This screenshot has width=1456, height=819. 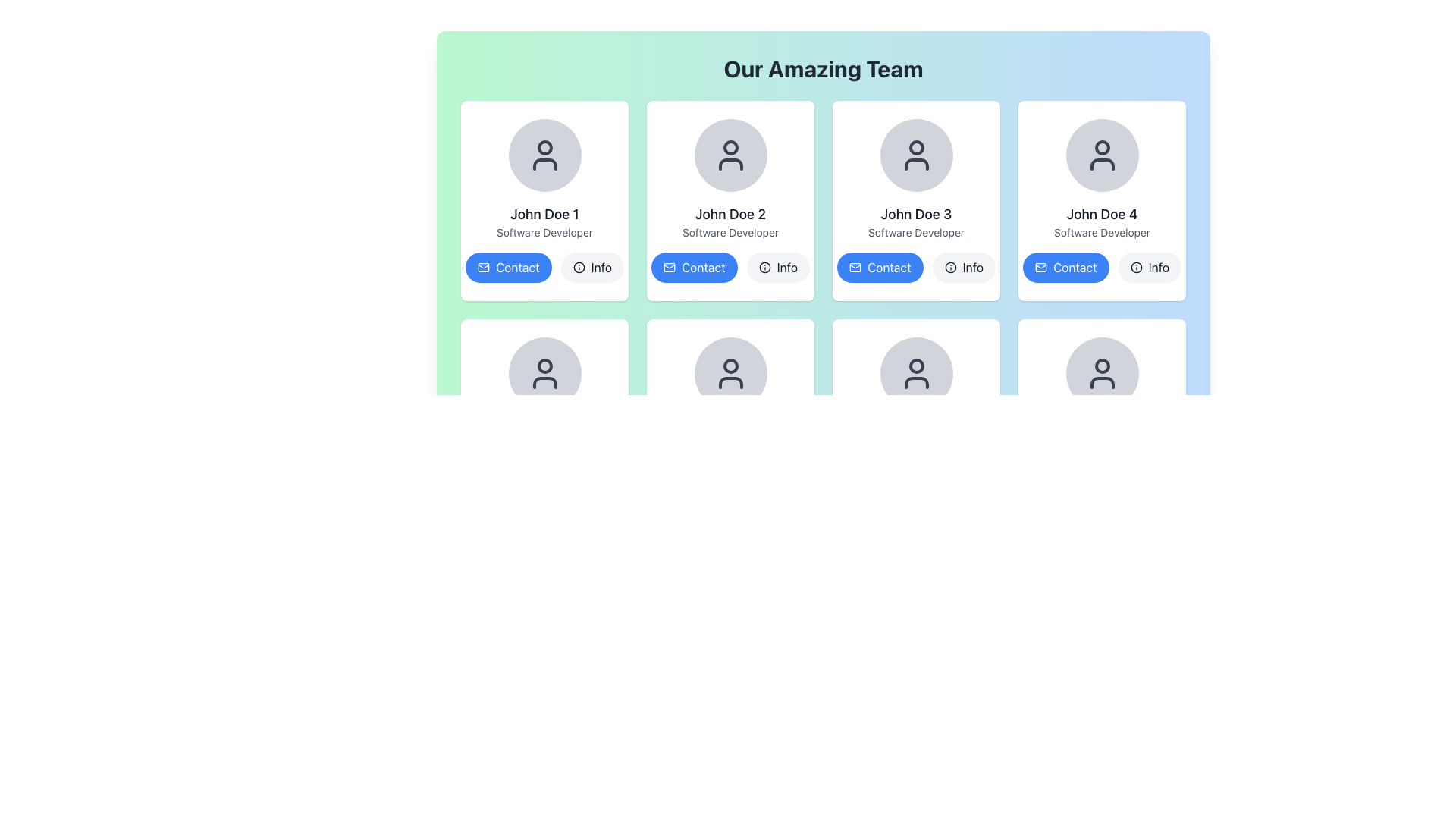 What do you see at coordinates (915, 214) in the screenshot?
I see `the text label identifying a team member, located in the second row and third column of a 2x4 grid layout` at bounding box center [915, 214].